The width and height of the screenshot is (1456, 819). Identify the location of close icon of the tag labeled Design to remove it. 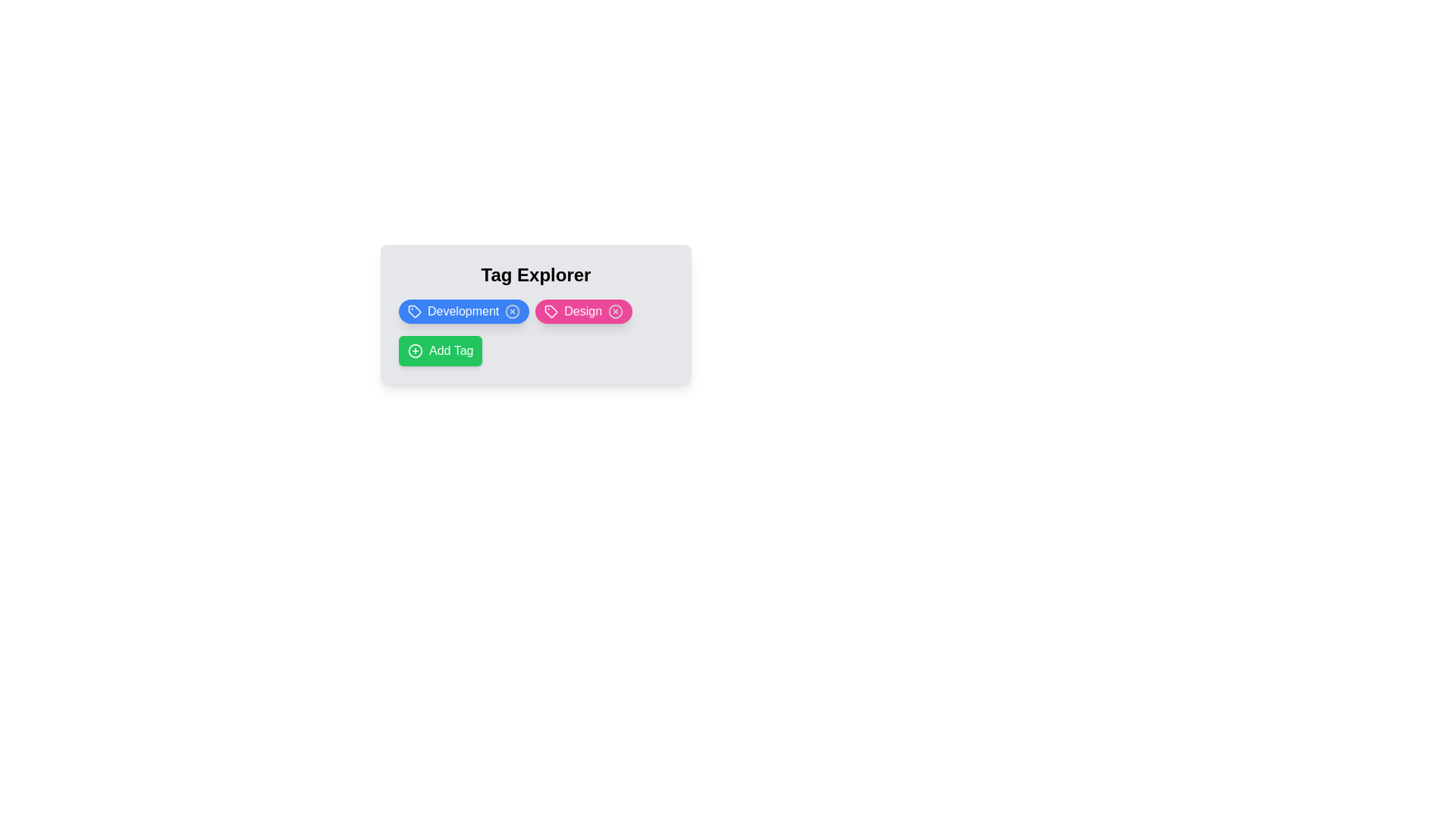
(616, 311).